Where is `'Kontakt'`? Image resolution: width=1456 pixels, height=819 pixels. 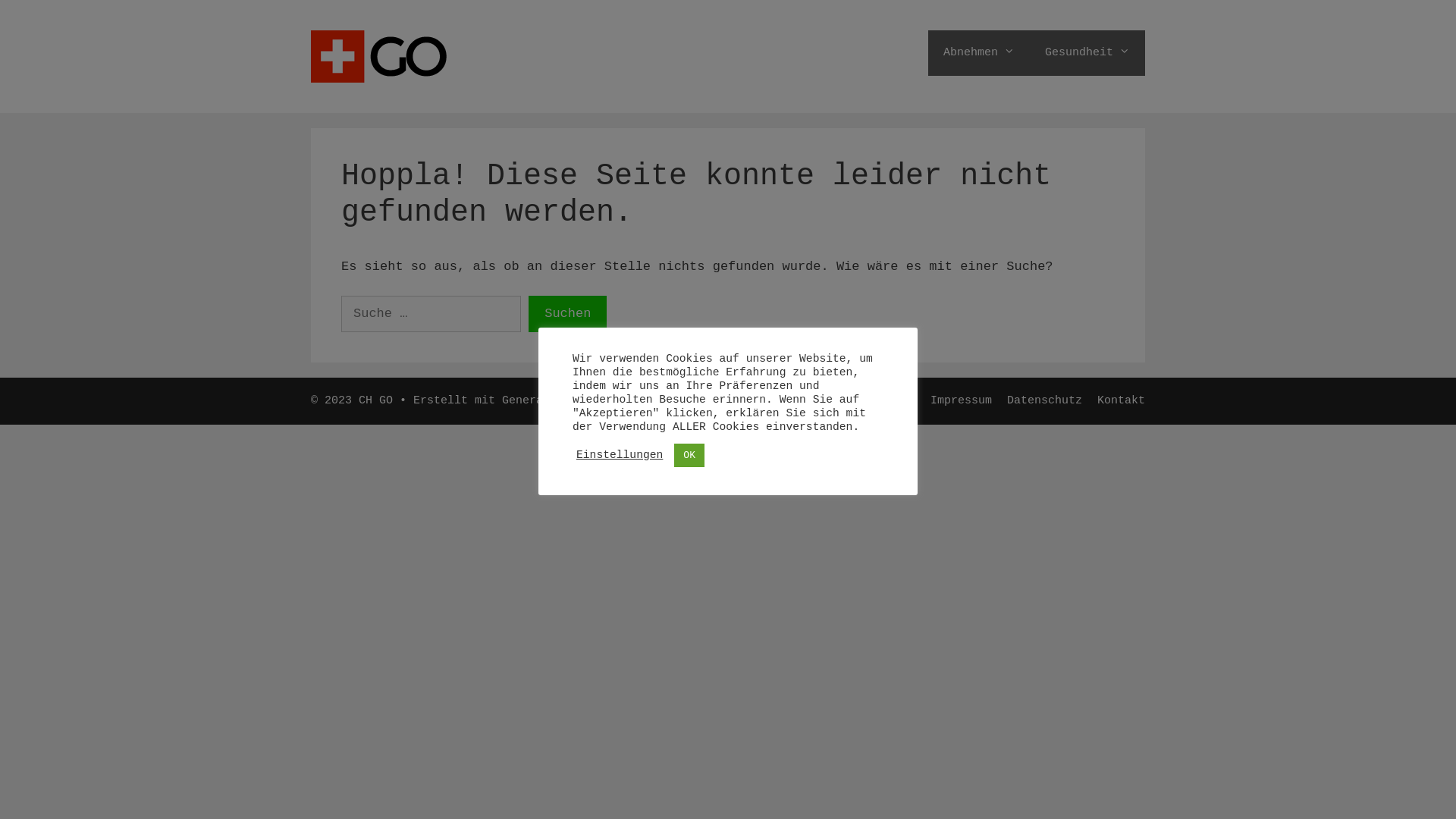 'Kontakt' is located at coordinates (1097, 400).